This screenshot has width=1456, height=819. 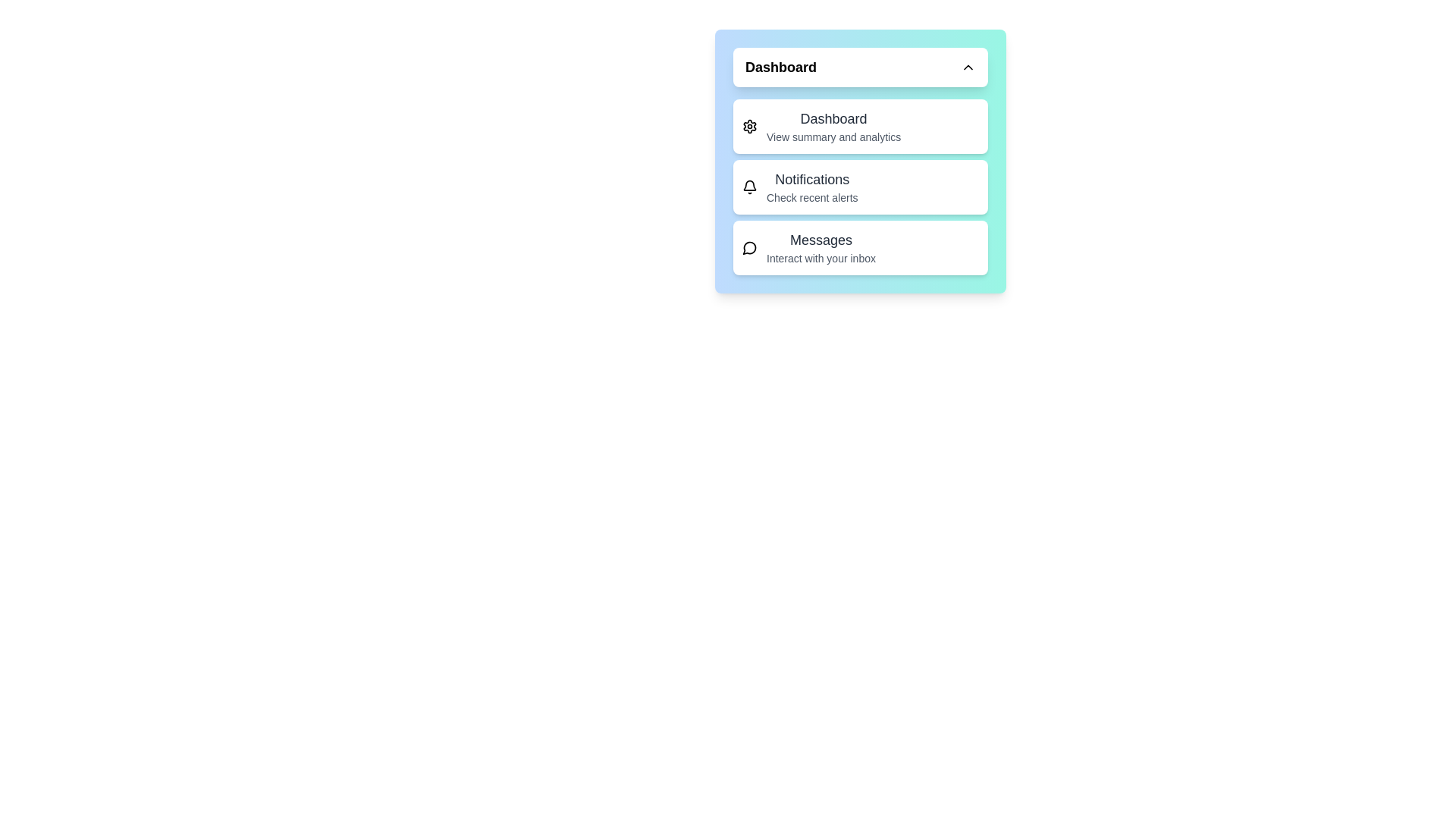 What do you see at coordinates (860, 125) in the screenshot?
I see `the menu item Dashboard by clicking on it` at bounding box center [860, 125].